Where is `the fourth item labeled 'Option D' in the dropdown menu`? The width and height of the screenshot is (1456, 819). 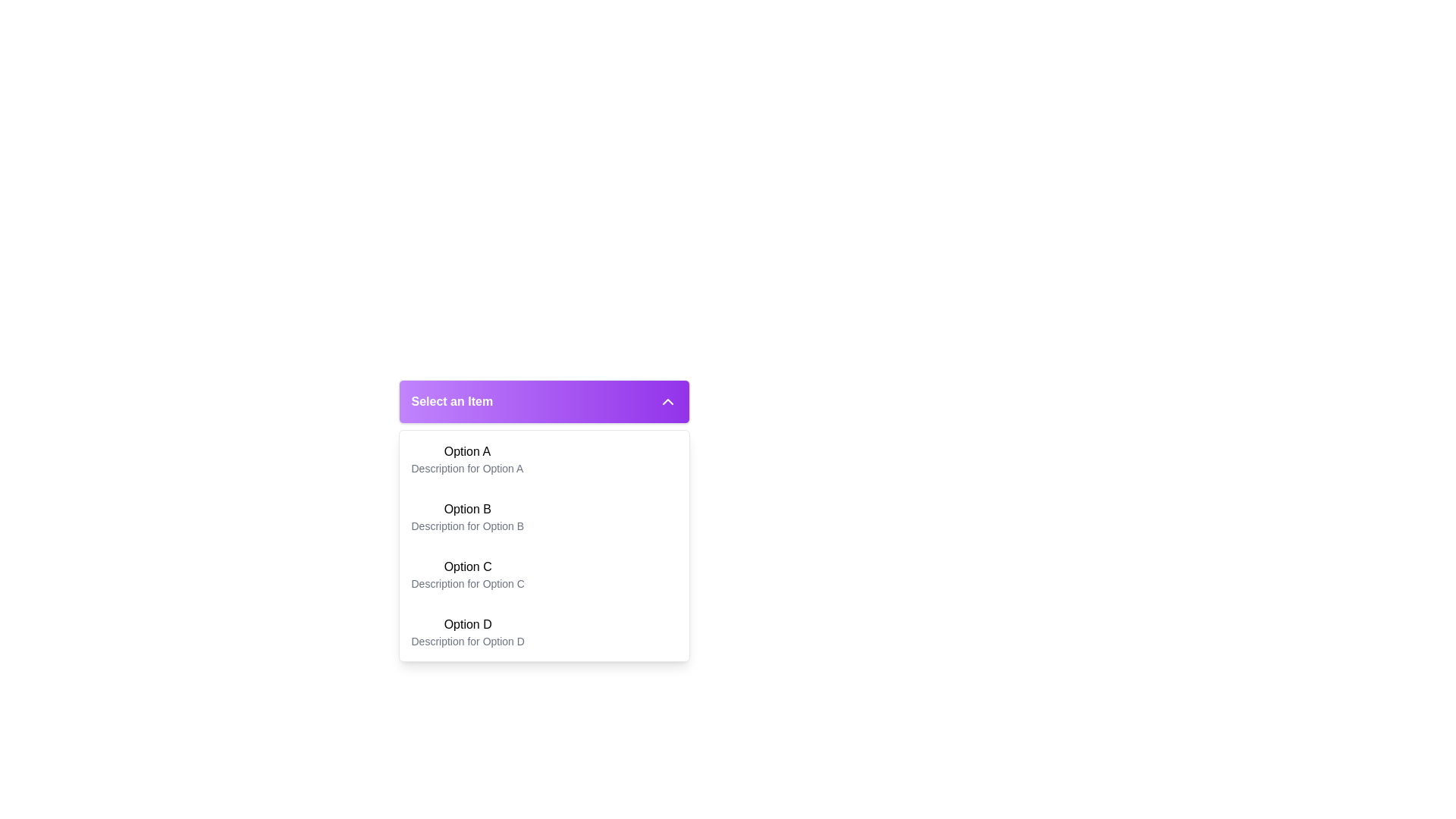 the fourth item labeled 'Option D' in the dropdown menu is located at coordinates (544, 632).